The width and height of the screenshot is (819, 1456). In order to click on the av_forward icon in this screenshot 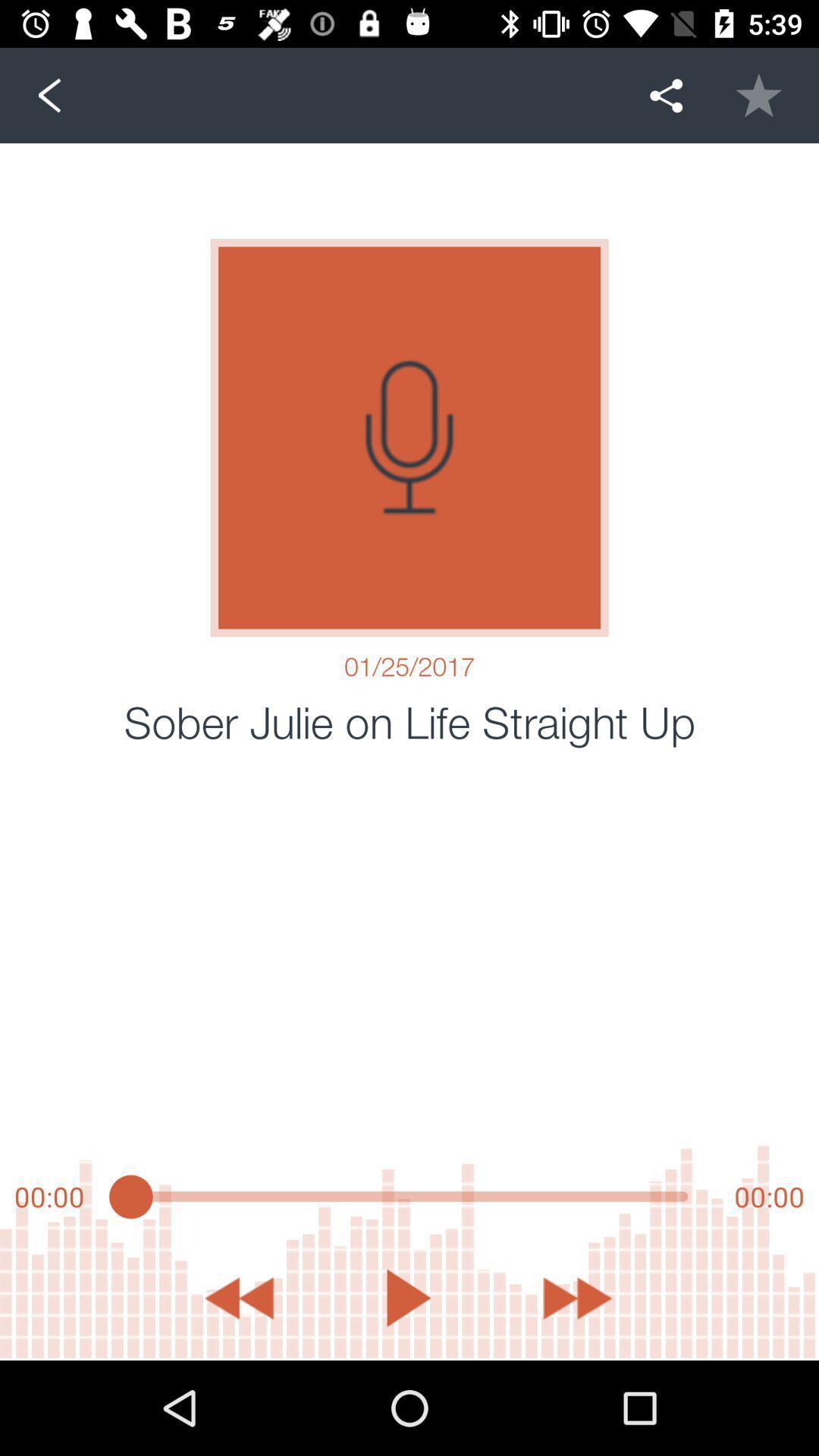, I will do `click(579, 1298)`.